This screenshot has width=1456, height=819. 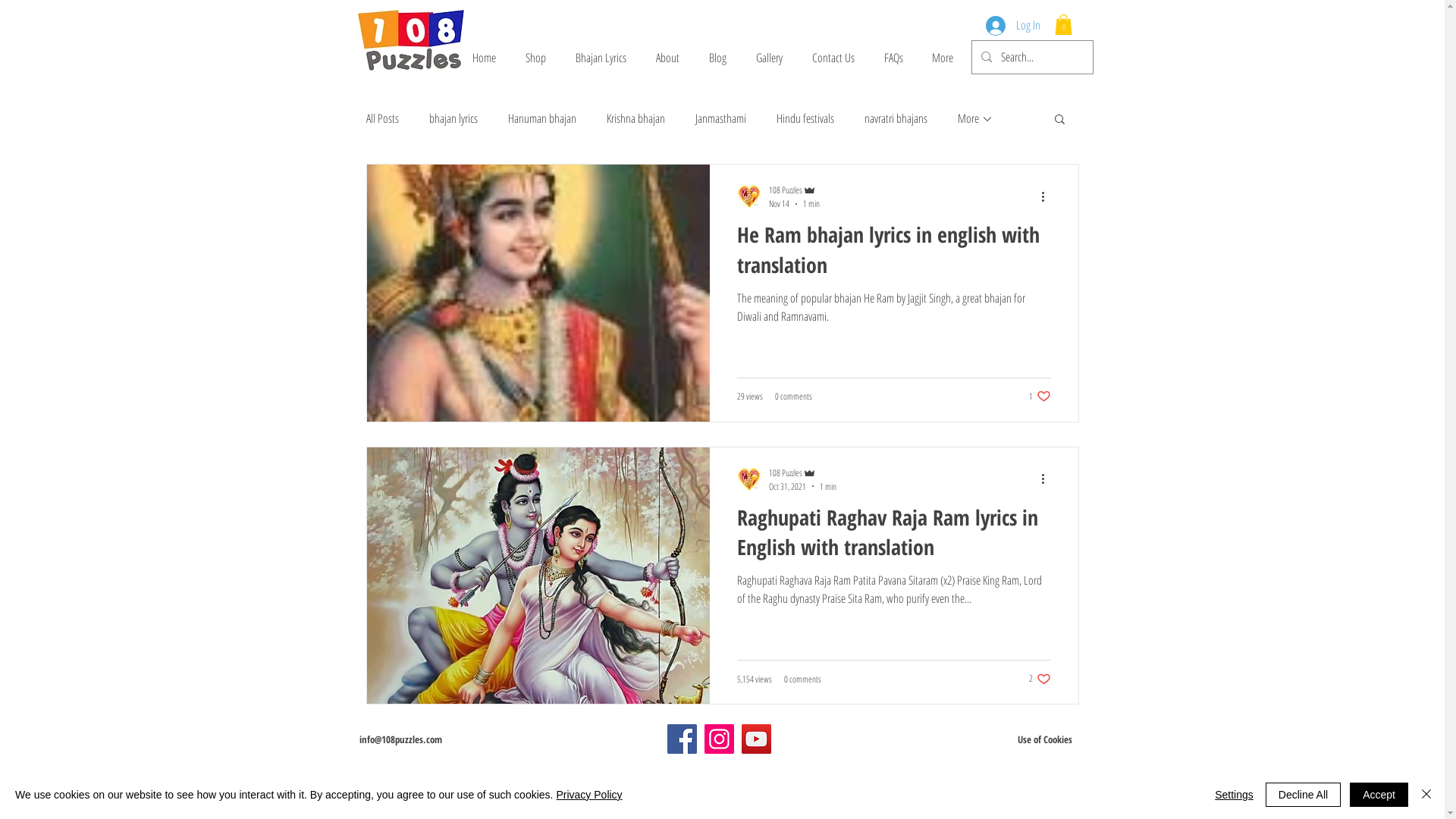 What do you see at coordinates (1062, 24) in the screenshot?
I see `'0'` at bounding box center [1062, 24].